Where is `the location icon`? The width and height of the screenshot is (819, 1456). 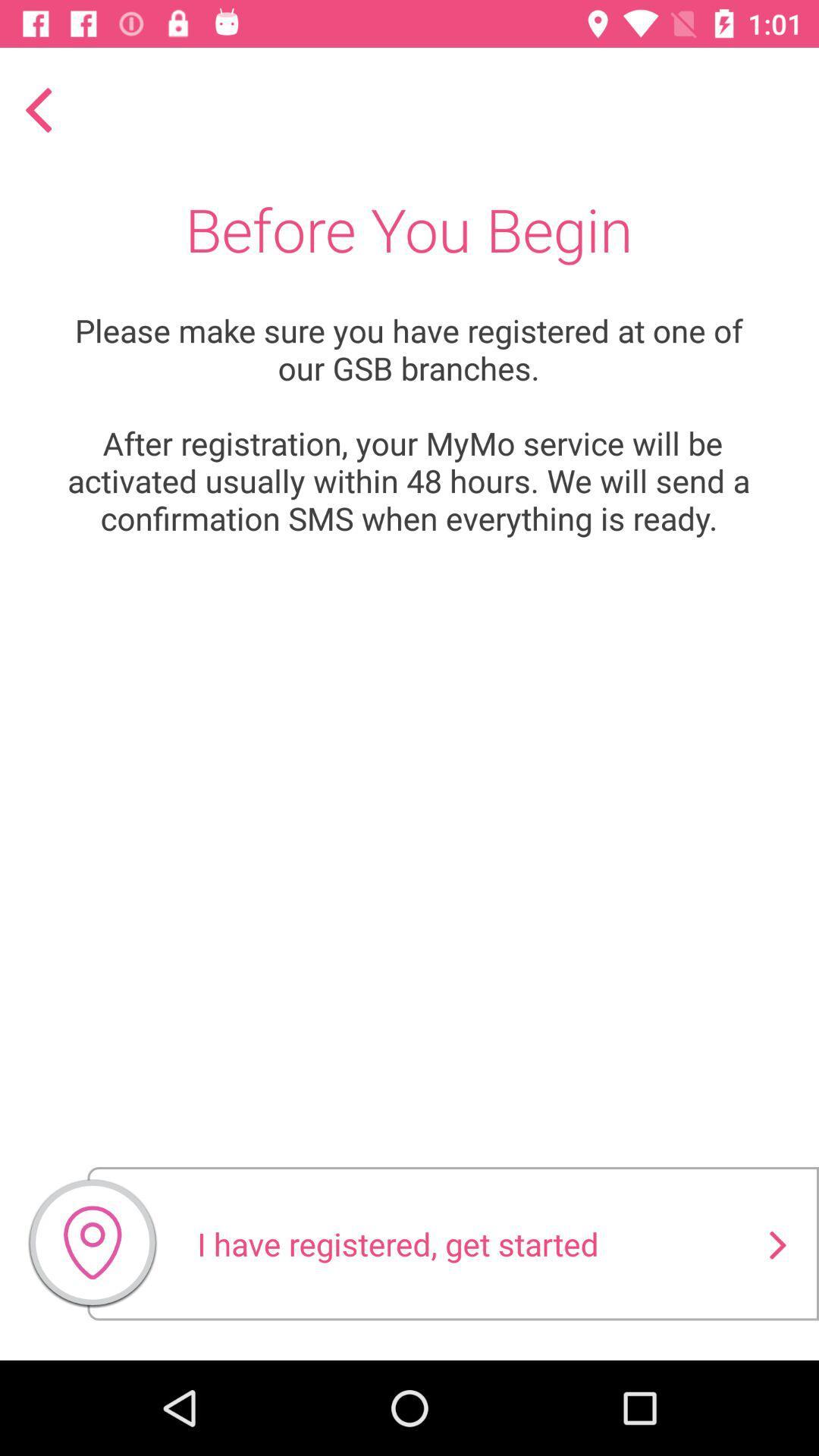 the location icon is located at coordinates (93, 1249).